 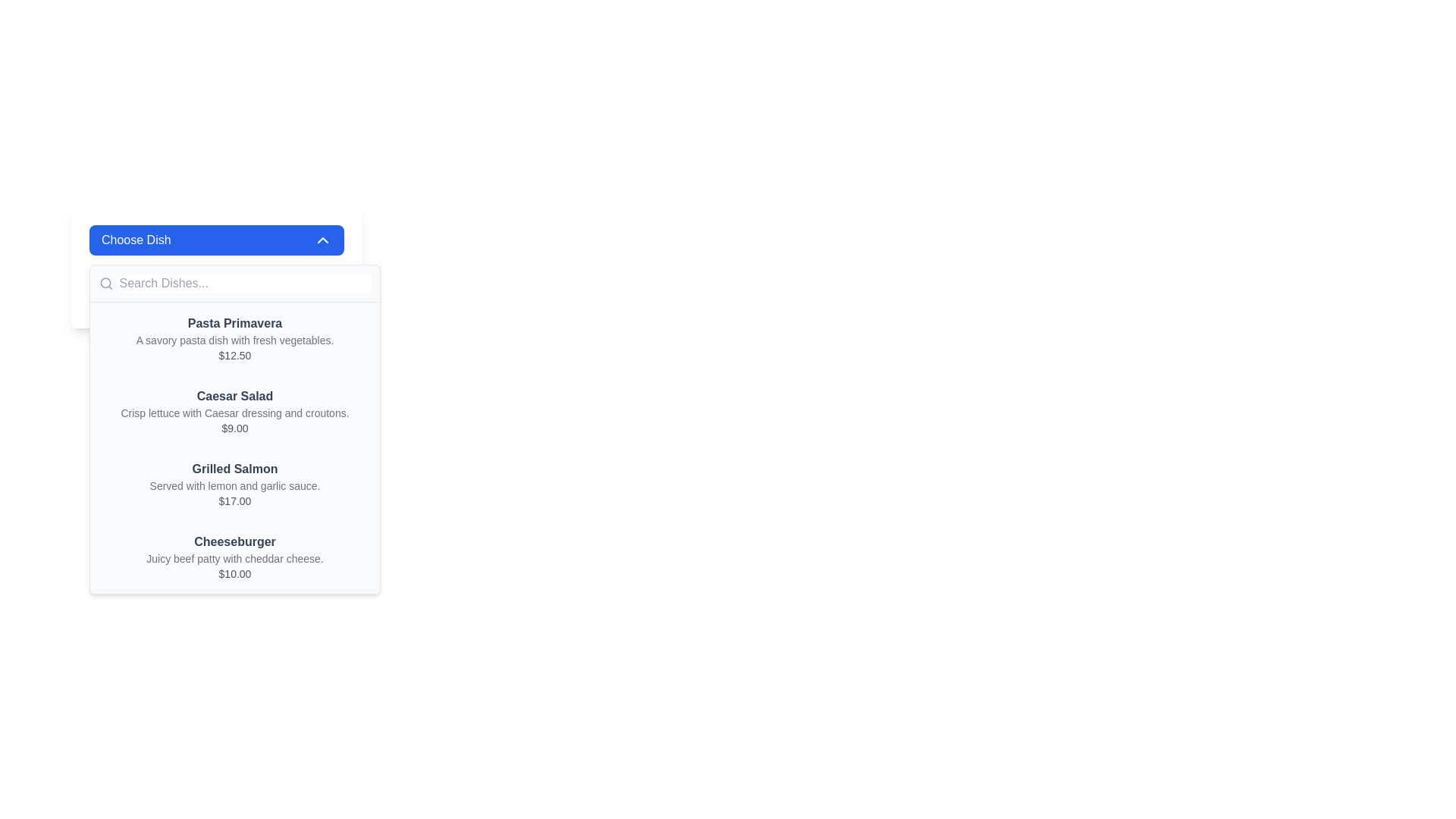 What do you see at coordinates (216, 239) in the screenshot?
I see `the 'Choose Dish' button with a blue background and white text for accessibility navigation` at bounding box center [216, 239].